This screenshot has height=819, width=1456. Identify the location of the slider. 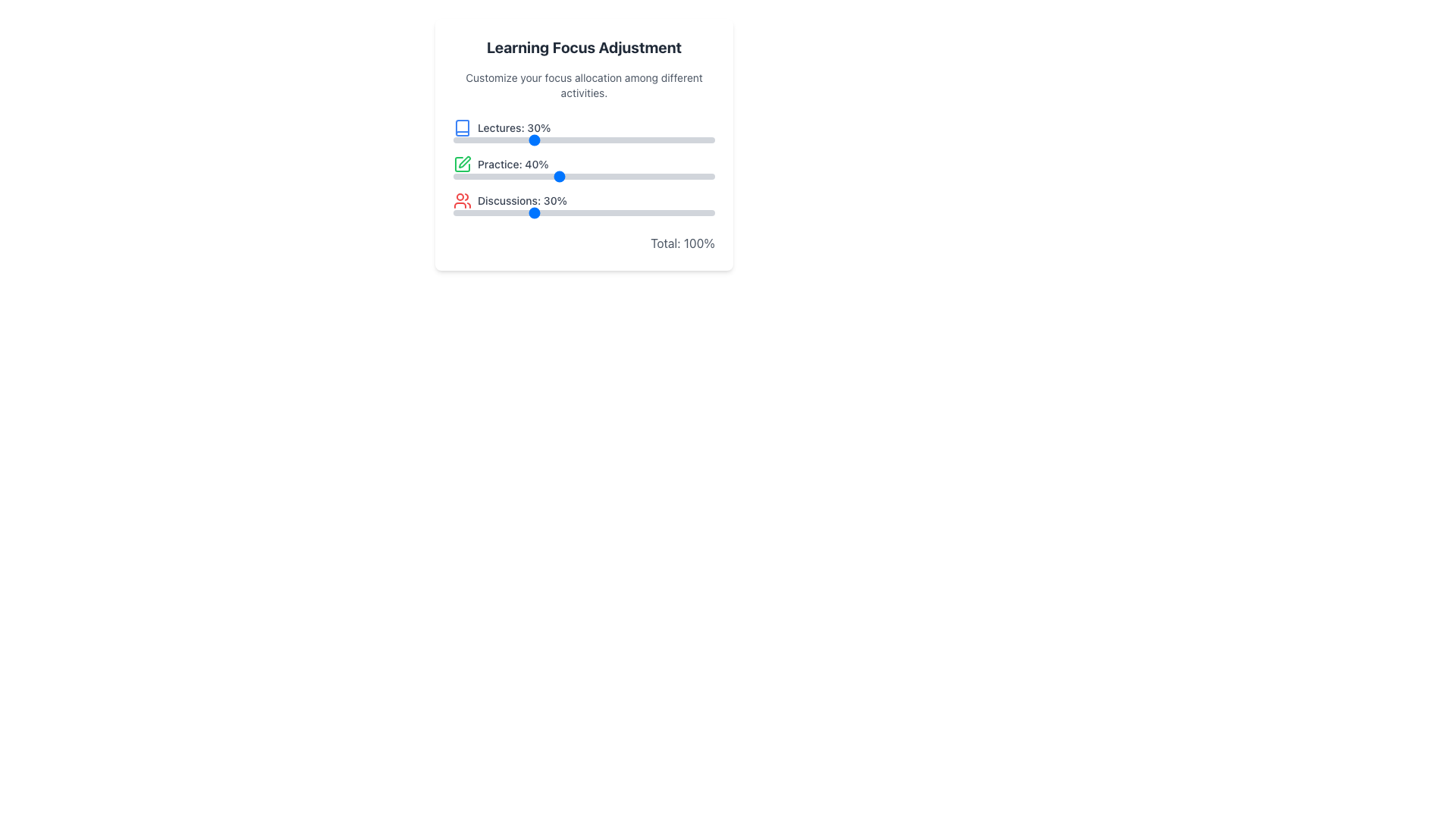
(490, 213).